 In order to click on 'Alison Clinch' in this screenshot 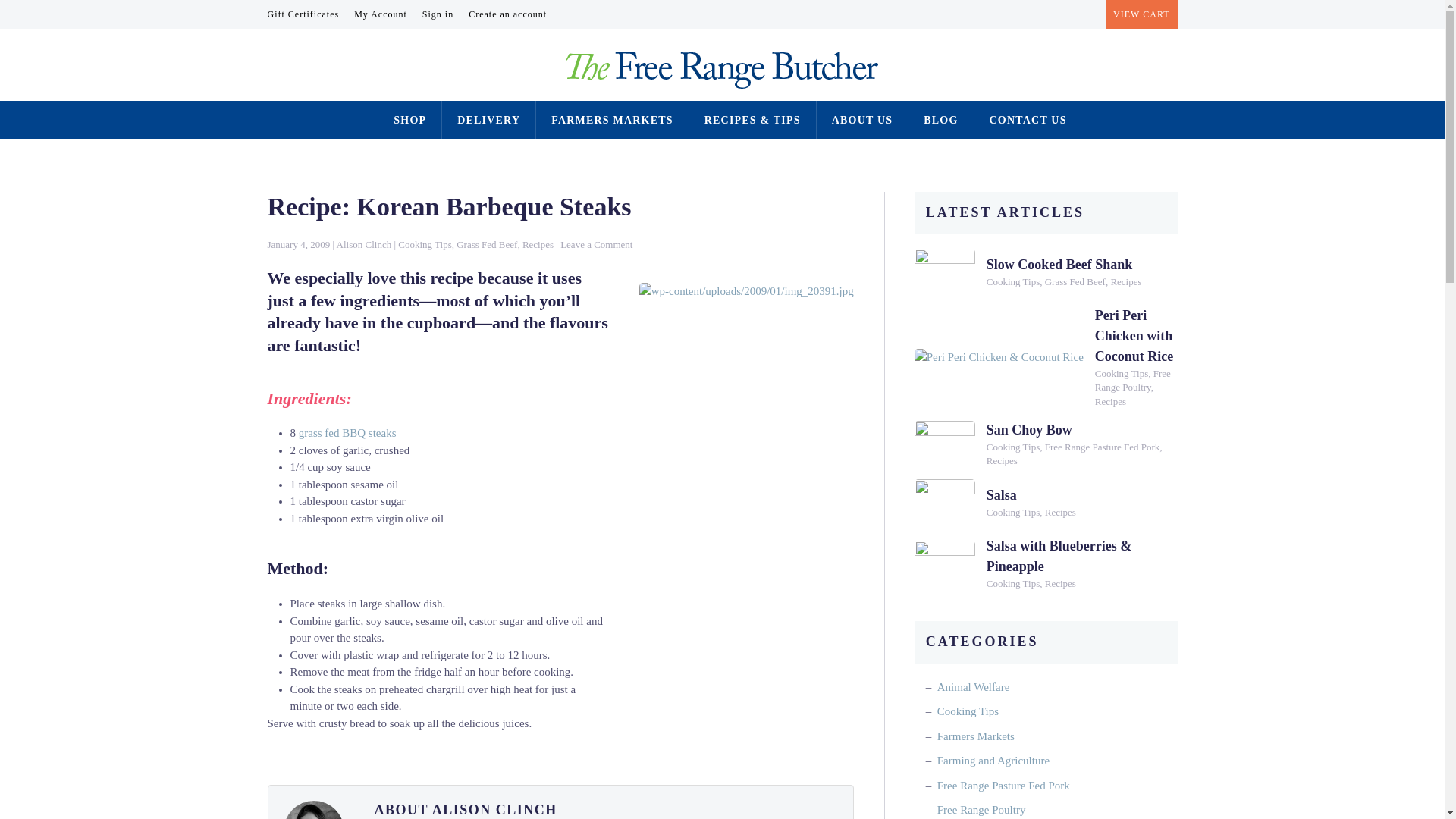, I will do `click(364, 243)`.